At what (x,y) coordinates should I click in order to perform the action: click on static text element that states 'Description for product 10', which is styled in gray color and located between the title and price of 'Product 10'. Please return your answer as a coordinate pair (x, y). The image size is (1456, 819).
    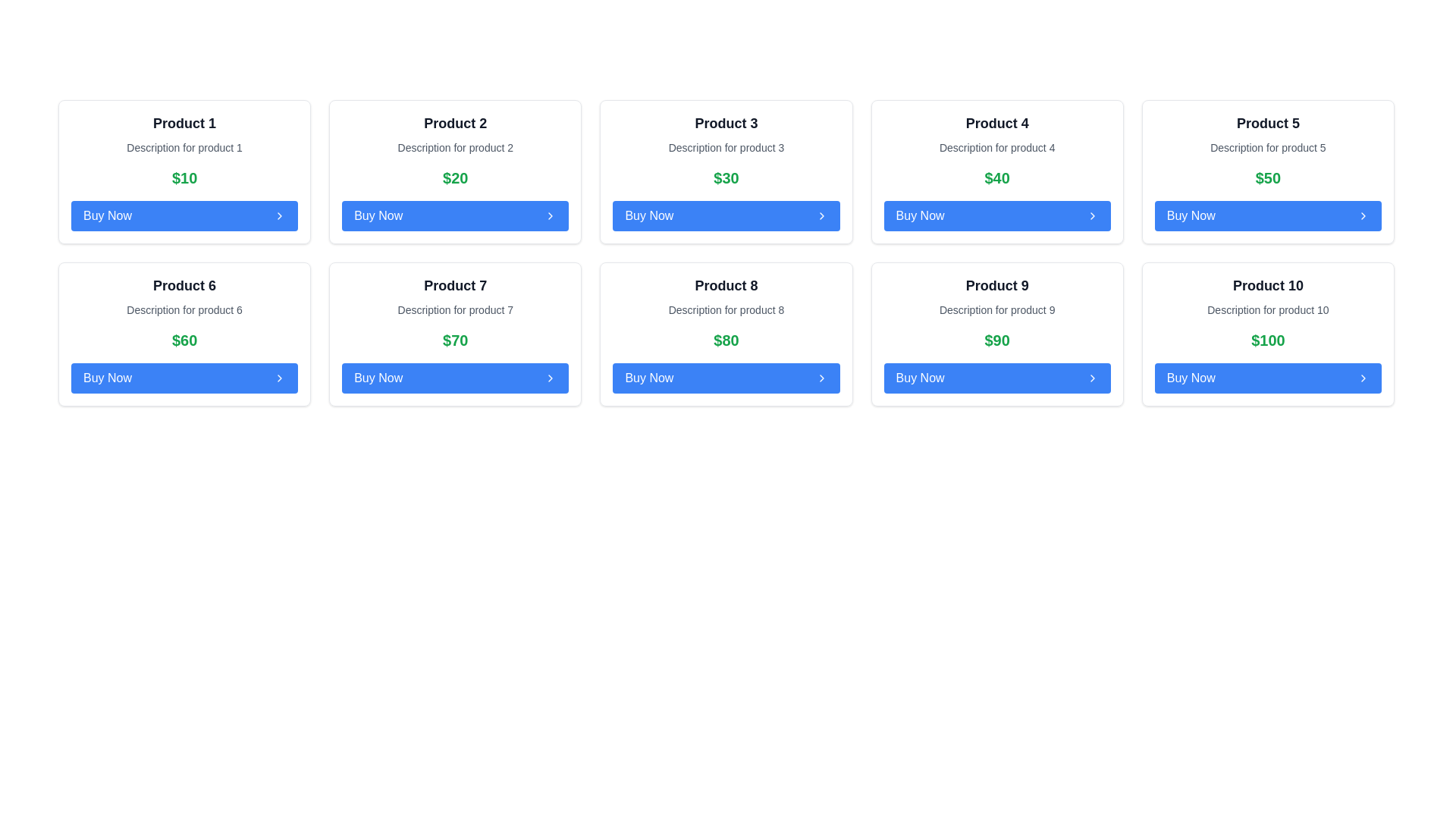
    Looking at the image, I should click on (1268, 309).